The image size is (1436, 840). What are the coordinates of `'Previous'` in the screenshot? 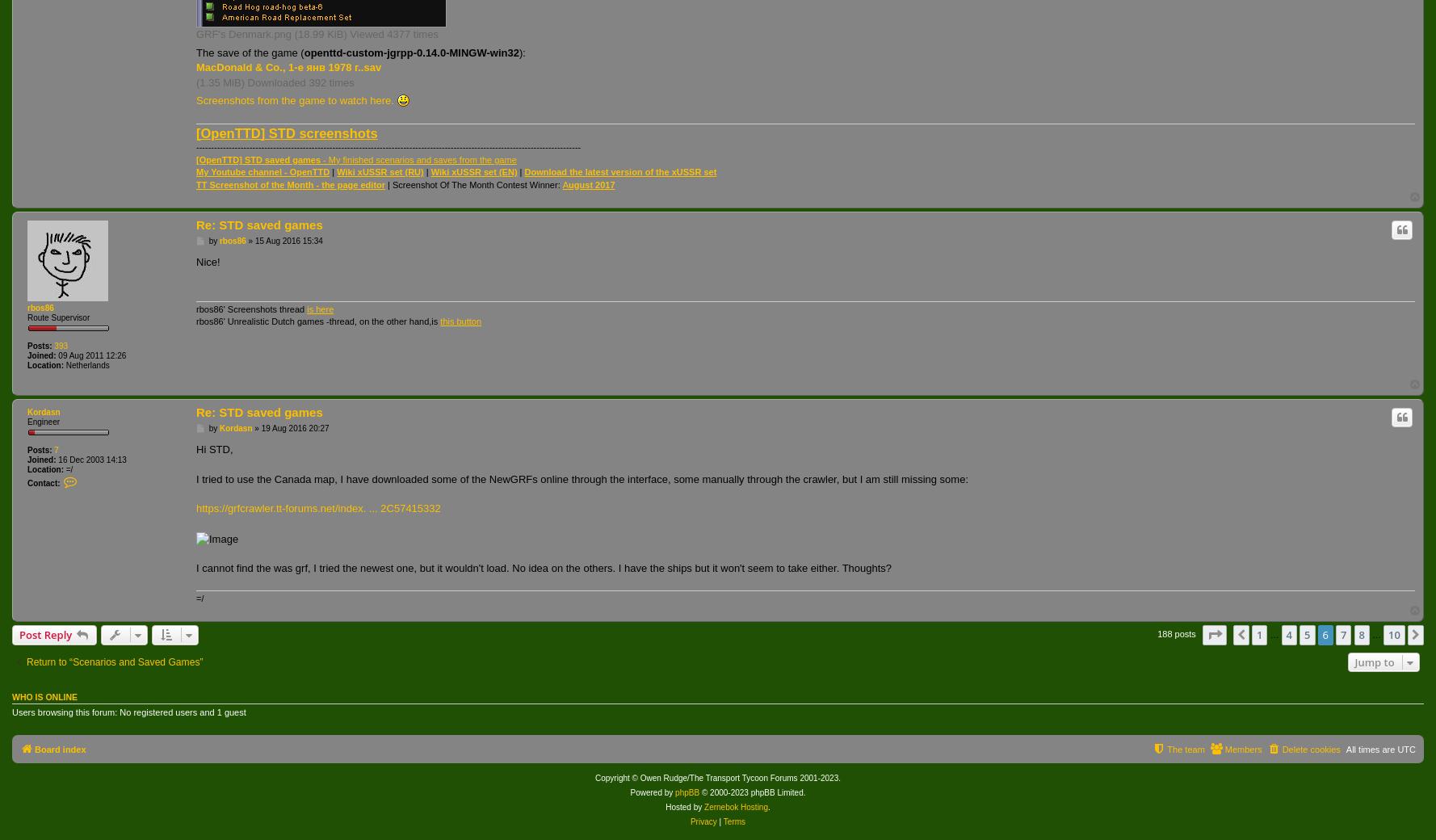 It's located at (1273, 634).